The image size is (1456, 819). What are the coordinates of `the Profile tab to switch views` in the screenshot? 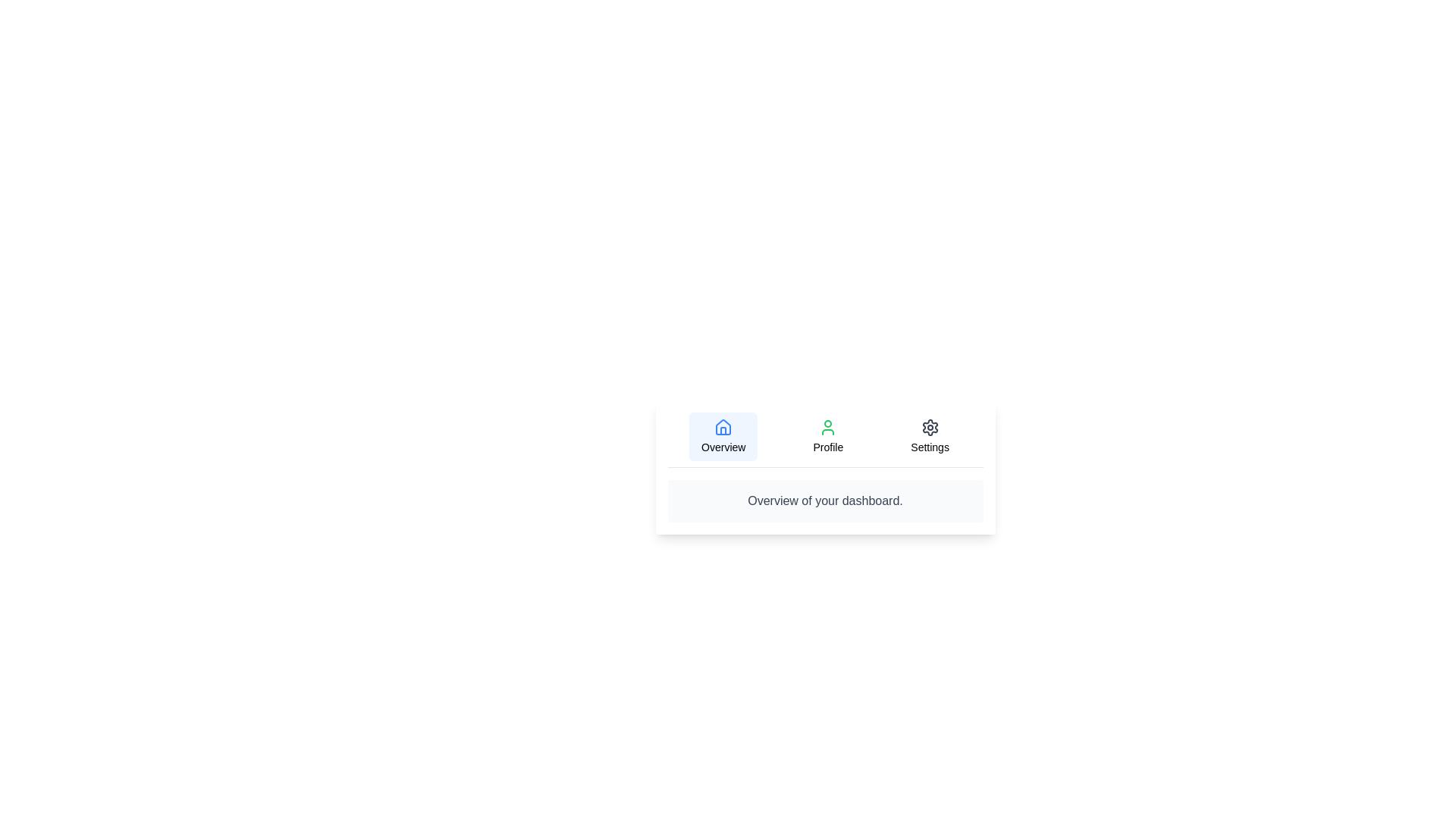 It's located at (827, 436).